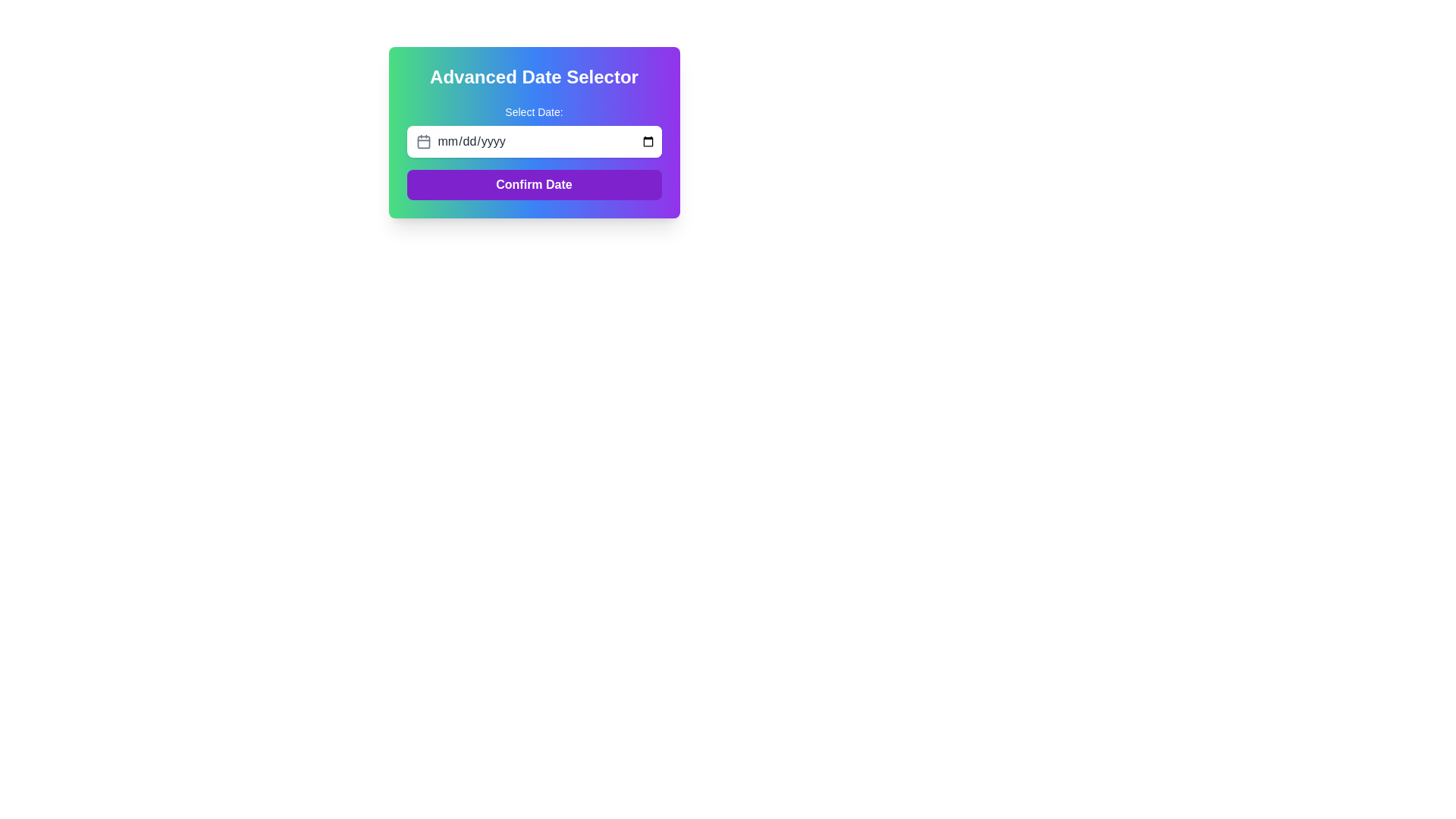  Describe the element at coordinates (423, 142) in the screenshot. I see `the decorative rounded rectangle within the calendar icon, located to the left of the date entry field labeled 'mm/dd/yyyy'` at that location.